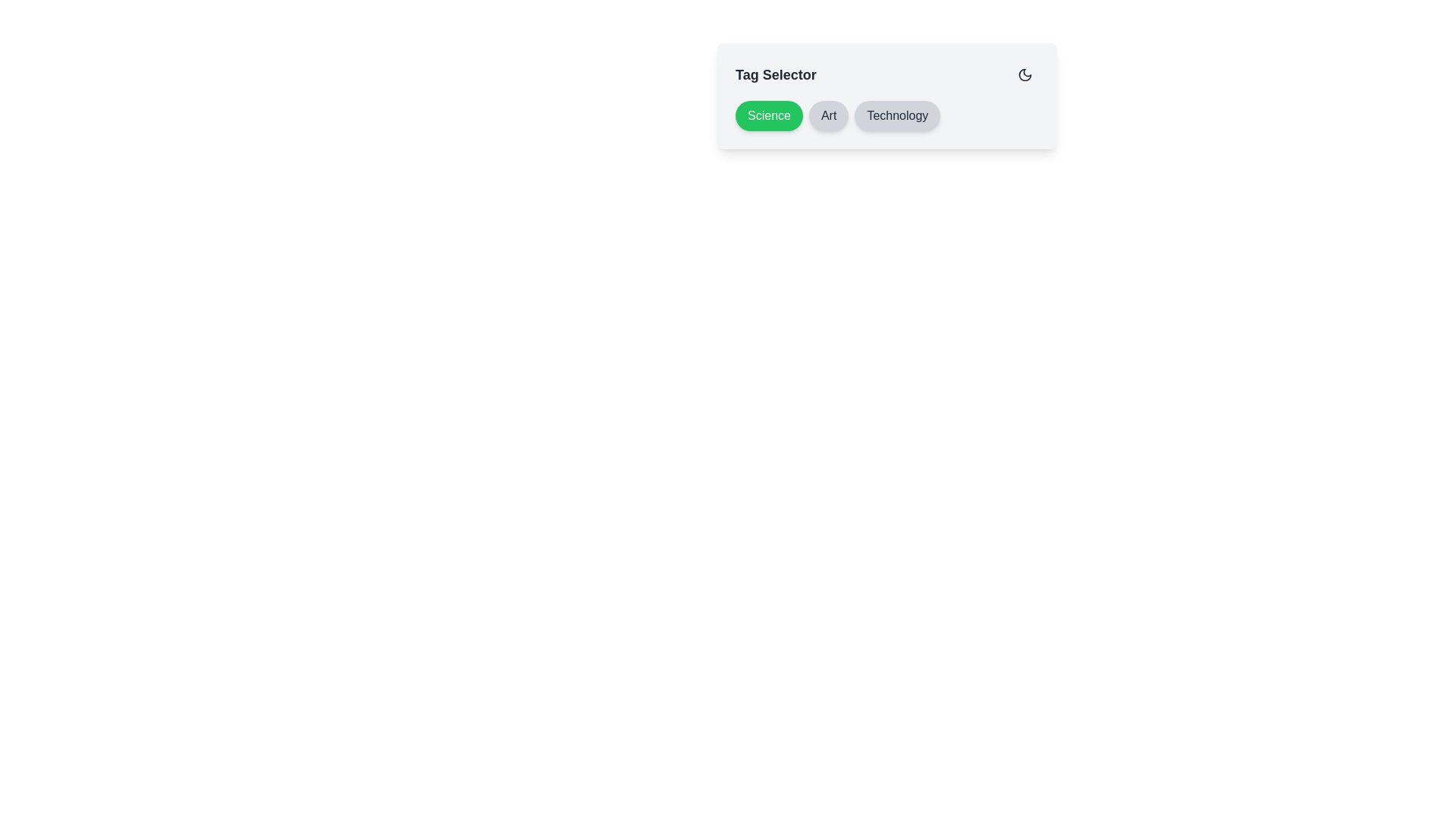 The image size is (1456, 819). I want to click on button with the moon icon to toggle between light and dark modes, so click(1025, 75).